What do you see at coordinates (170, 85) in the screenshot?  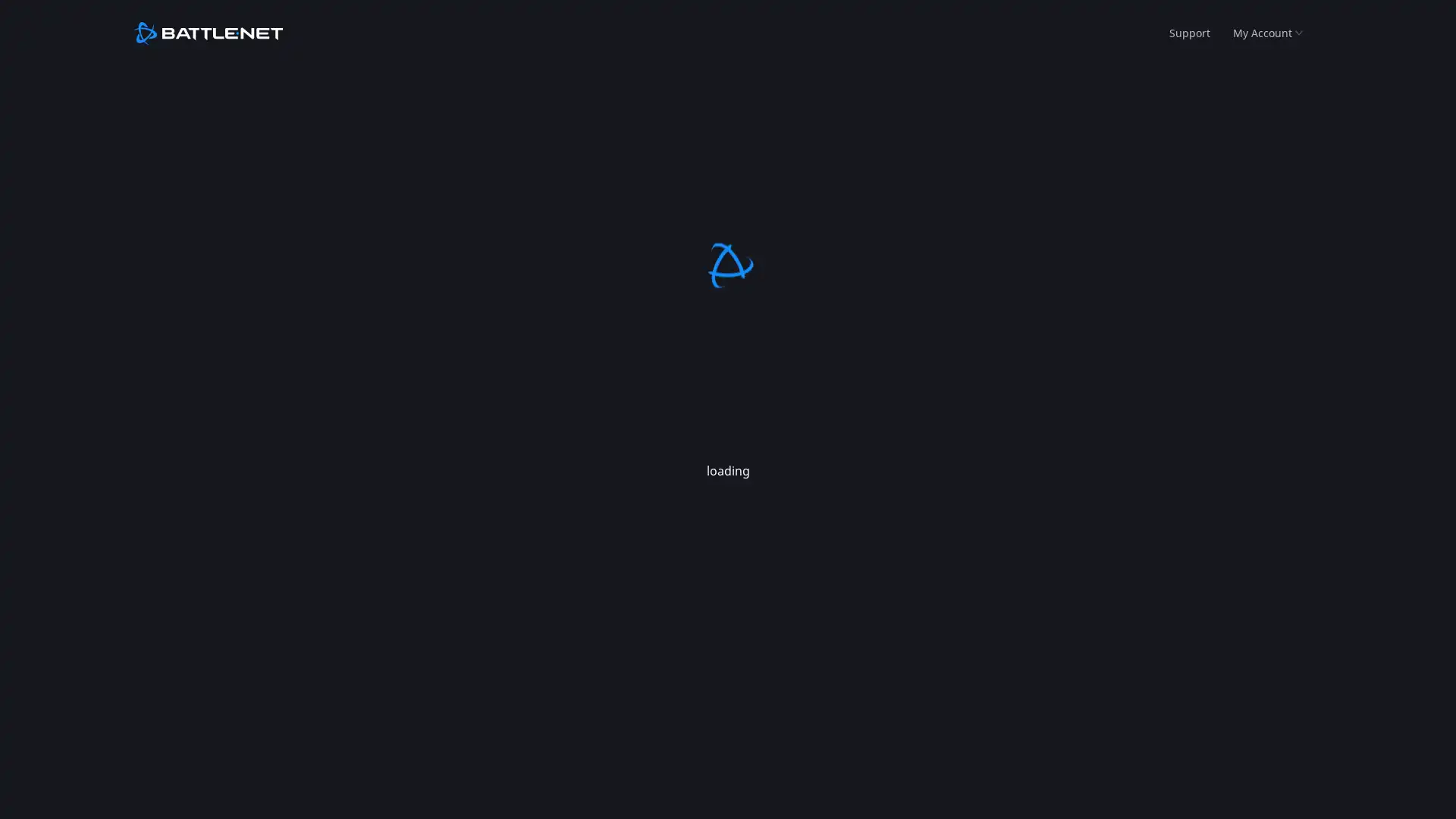 I see `Browse` at bounding box center [170, 85].